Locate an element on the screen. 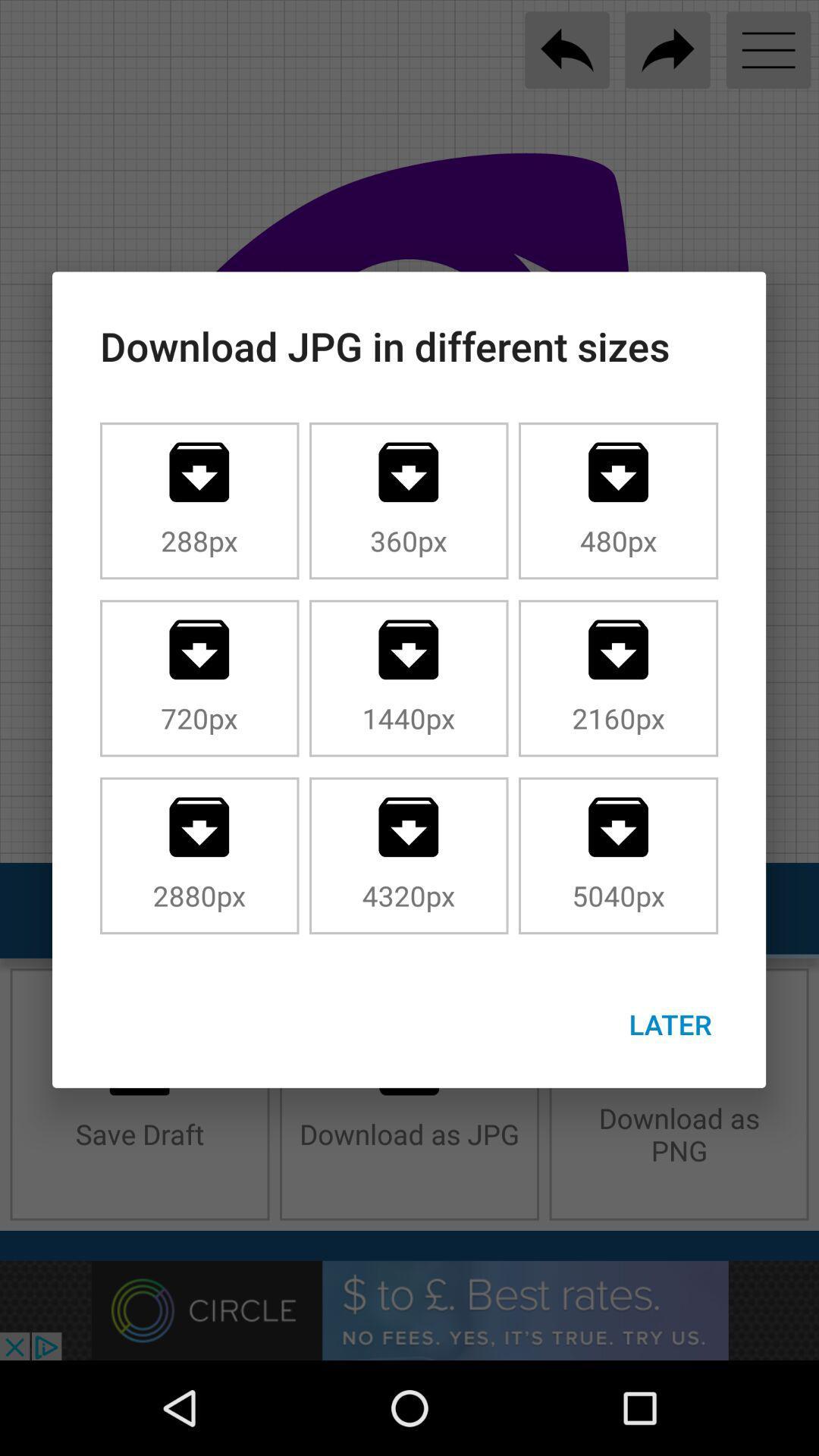  icon at the bottom right corner is located at coordinates (670, 1024).